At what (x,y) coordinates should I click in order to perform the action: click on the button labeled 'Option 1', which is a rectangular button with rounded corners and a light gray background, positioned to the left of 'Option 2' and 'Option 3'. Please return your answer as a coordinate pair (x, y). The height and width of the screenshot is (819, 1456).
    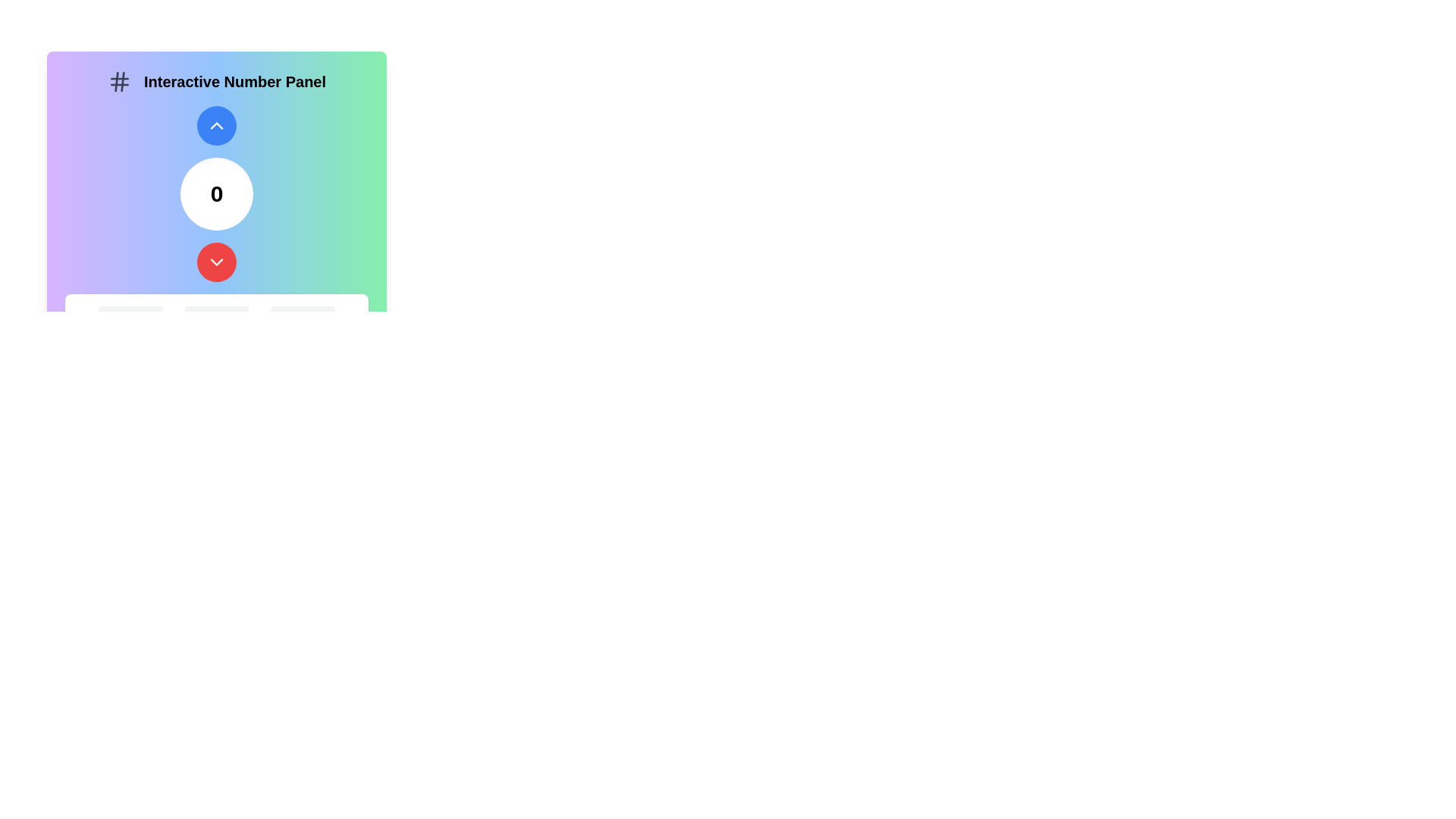
    Looking at the image, I should click on (130, 318).